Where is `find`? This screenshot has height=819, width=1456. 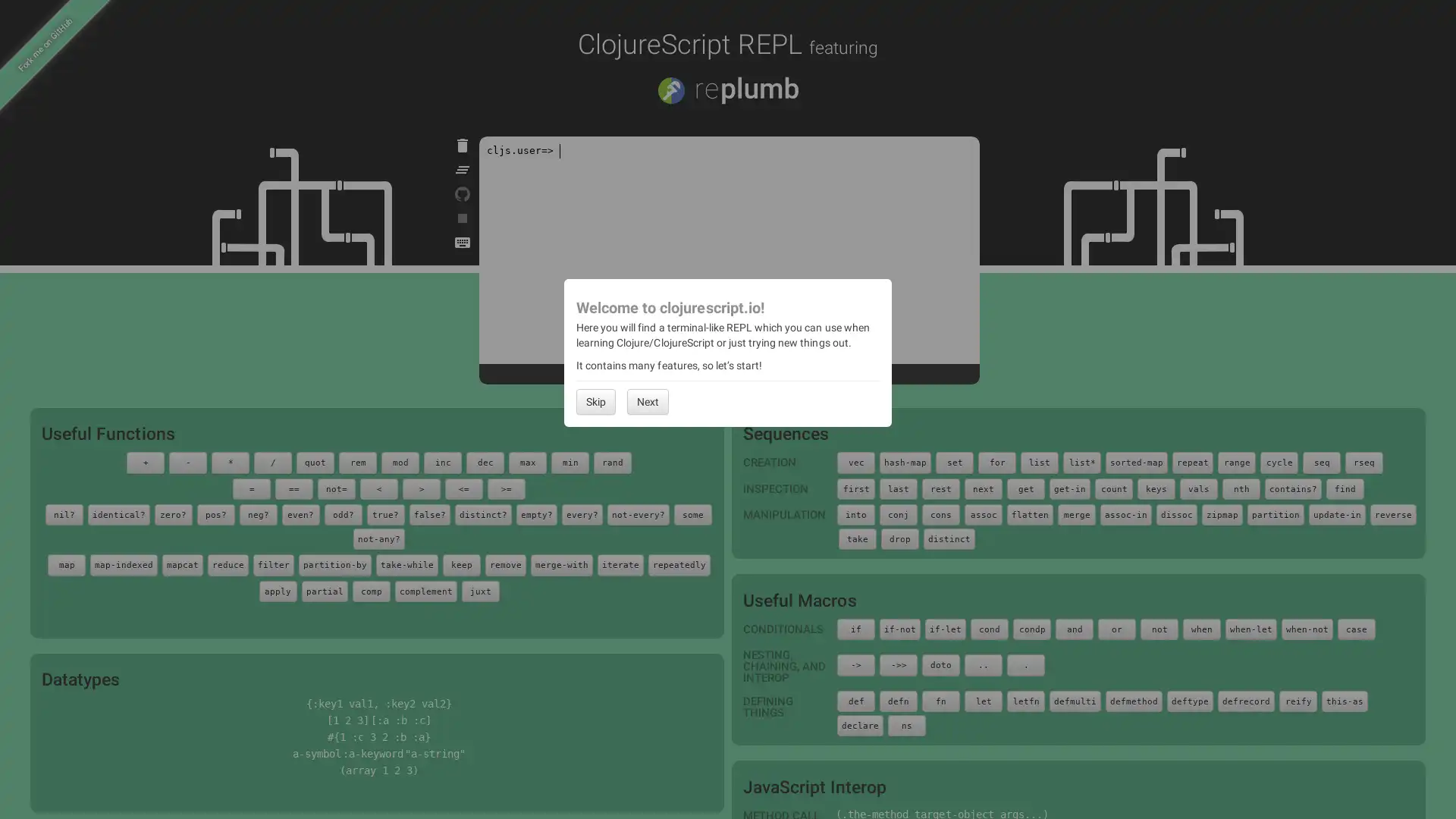
find is located at coordinates (1345, 488).